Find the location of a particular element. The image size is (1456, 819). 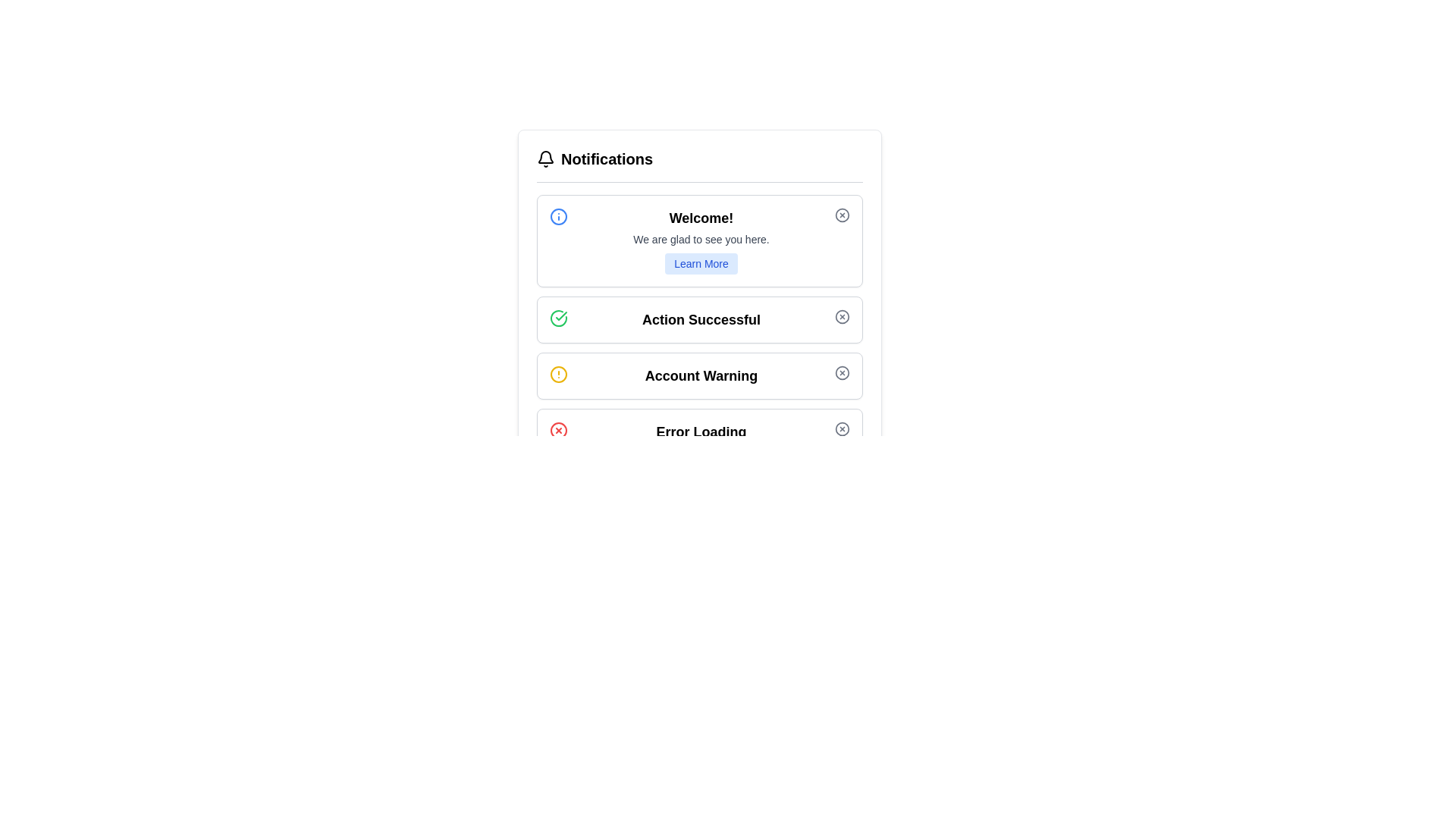

the Notification card at the top of the 'Notifications' section, which welcomes the user and contains a 'Learn More' button is located at coordinates (698, 240).